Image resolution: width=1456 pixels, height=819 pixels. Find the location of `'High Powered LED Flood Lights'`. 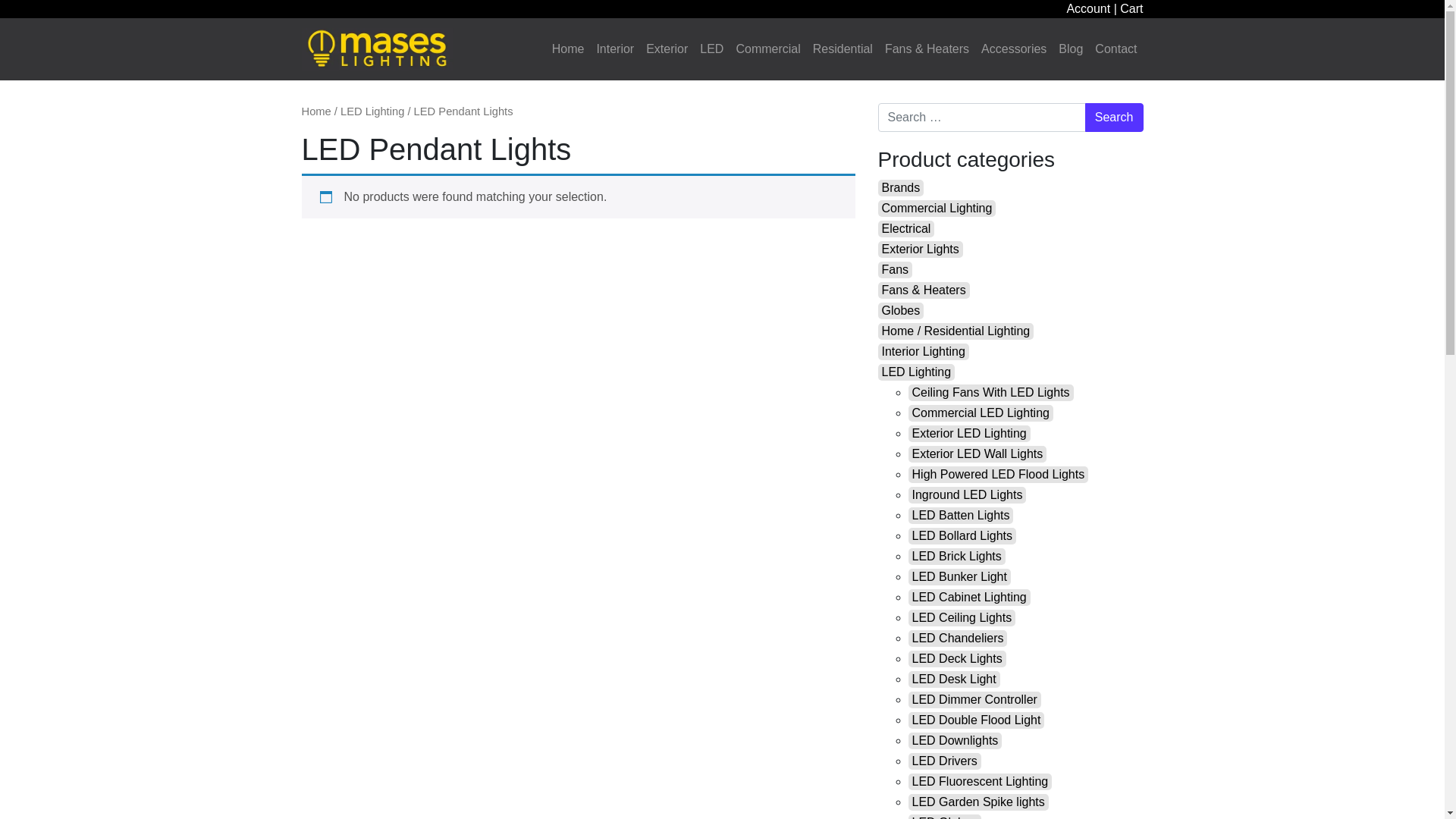

'High Powered LED Flood Lights' is located at coordinates (998, 473).